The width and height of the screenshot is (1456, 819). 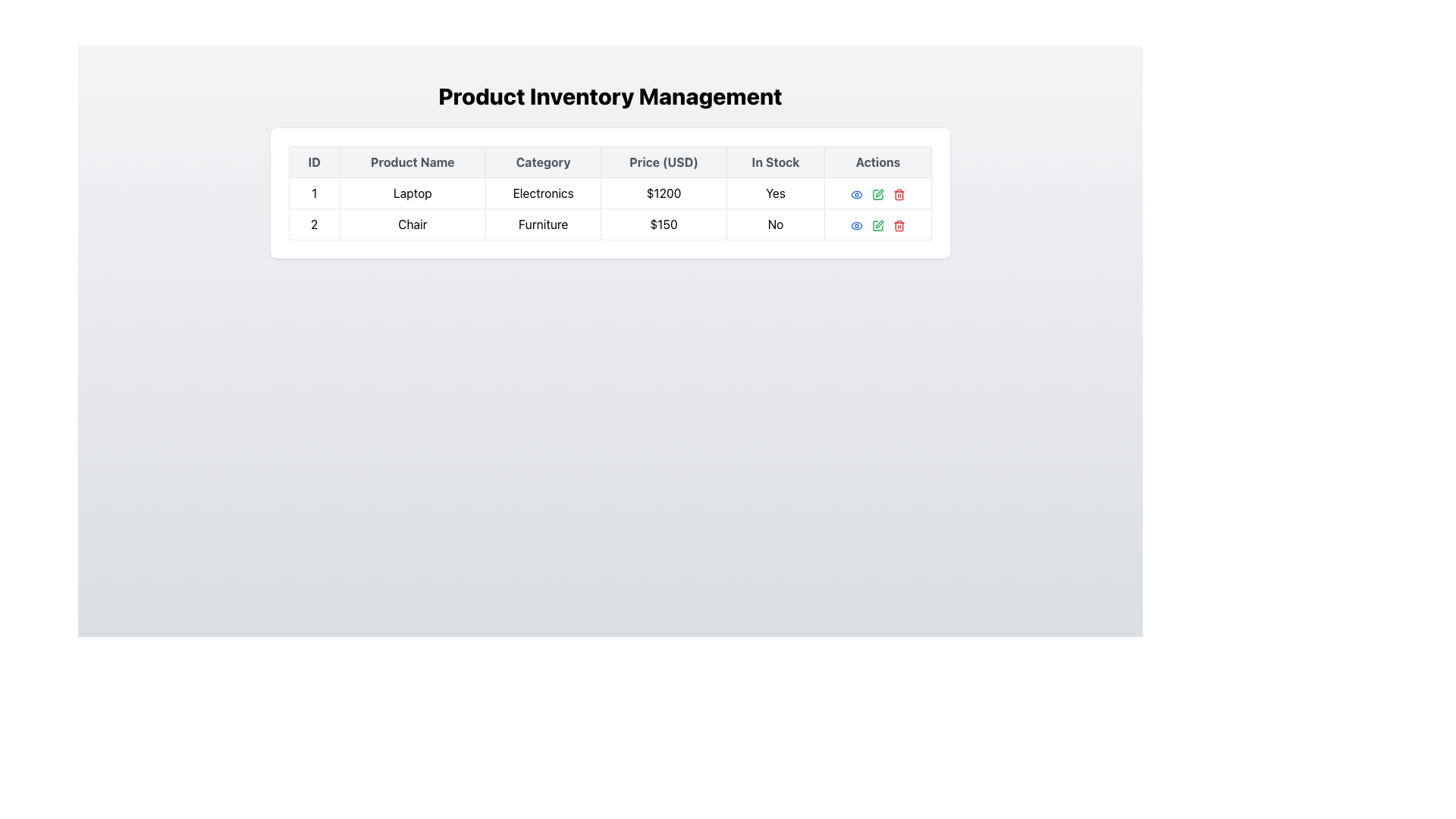 What do you see at coordinates (775, 162) in the screenshot?
I see `the Table Header Cell labeled 'In Stock', which is the fifth column in the header row of the table, positioned between 'Price (USD)' and 'Actions'` at bounding box center [775, 162].